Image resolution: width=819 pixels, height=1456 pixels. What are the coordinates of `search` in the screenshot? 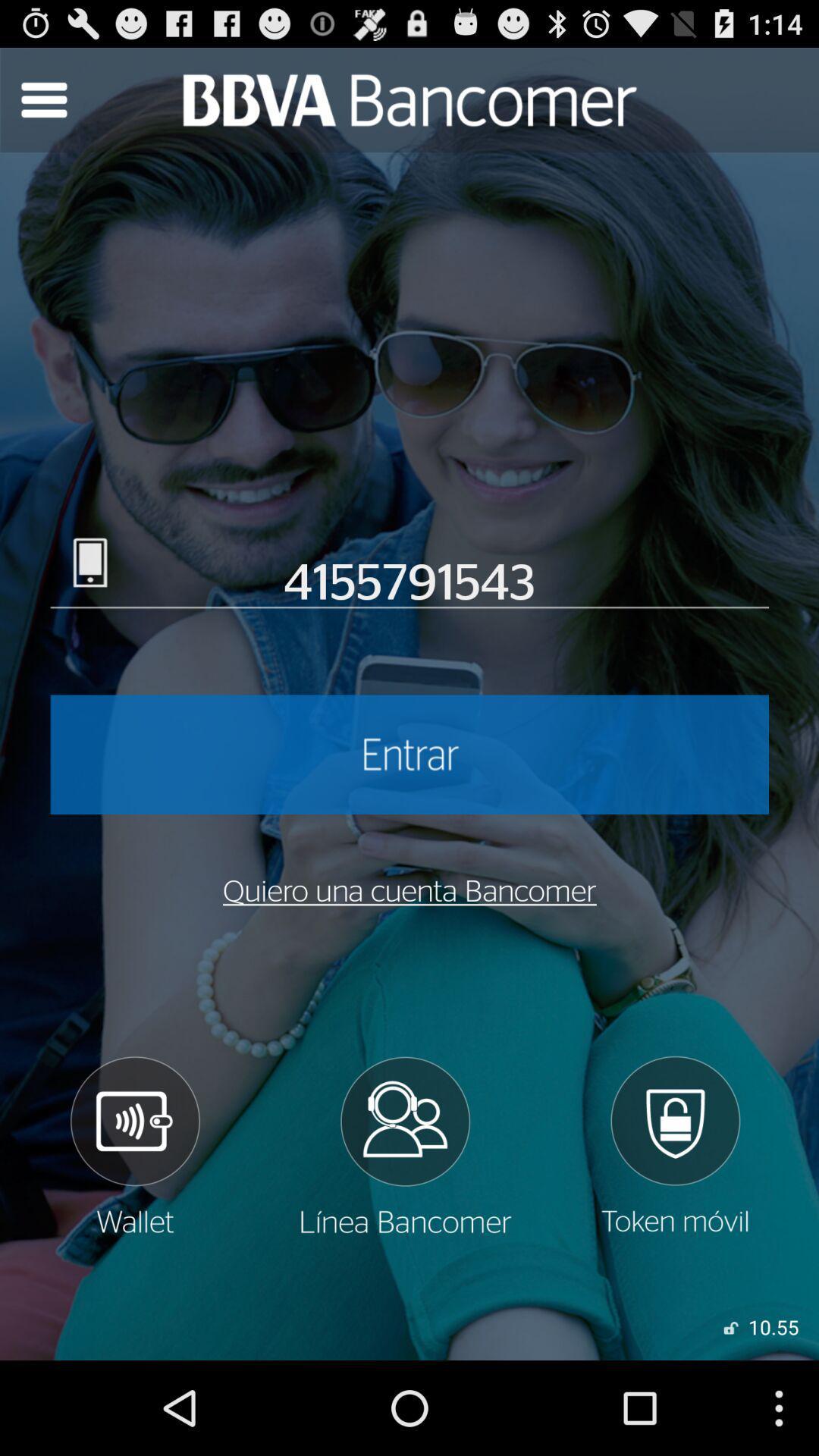 It's located at (42, 99).